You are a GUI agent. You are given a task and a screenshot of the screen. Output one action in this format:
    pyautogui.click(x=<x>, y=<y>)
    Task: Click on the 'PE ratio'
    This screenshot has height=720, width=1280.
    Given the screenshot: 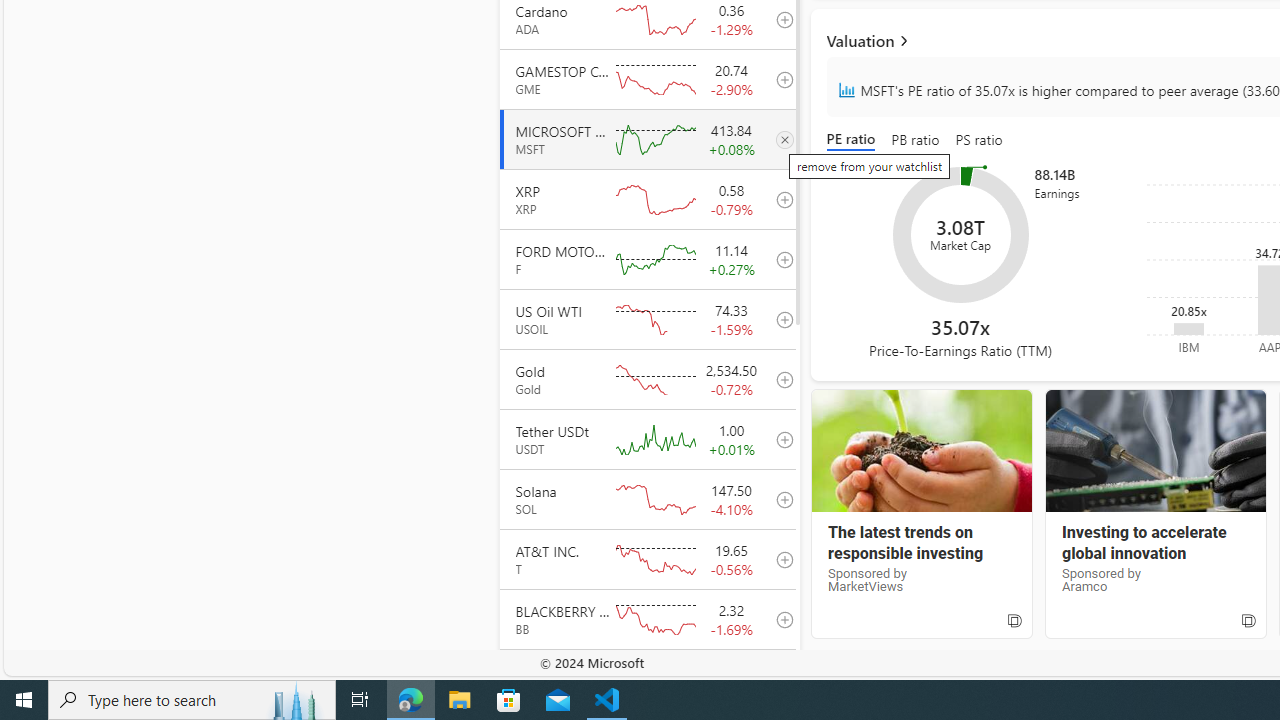 What is the action you would take?
    pyautogui.click(x=855, y=140)
    